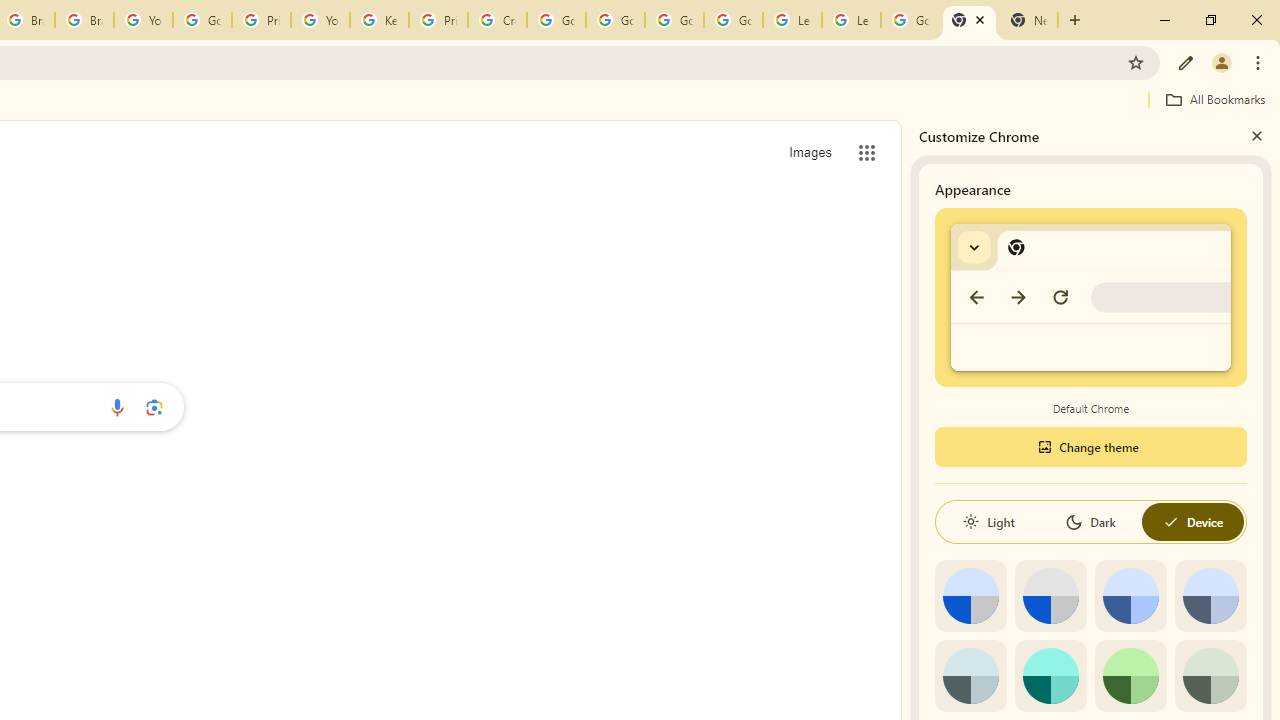 The image size is (1280, 720). Describe the element at coordinates (1049, 595) in the screenshot. I see `'Grey default color'` at that location.